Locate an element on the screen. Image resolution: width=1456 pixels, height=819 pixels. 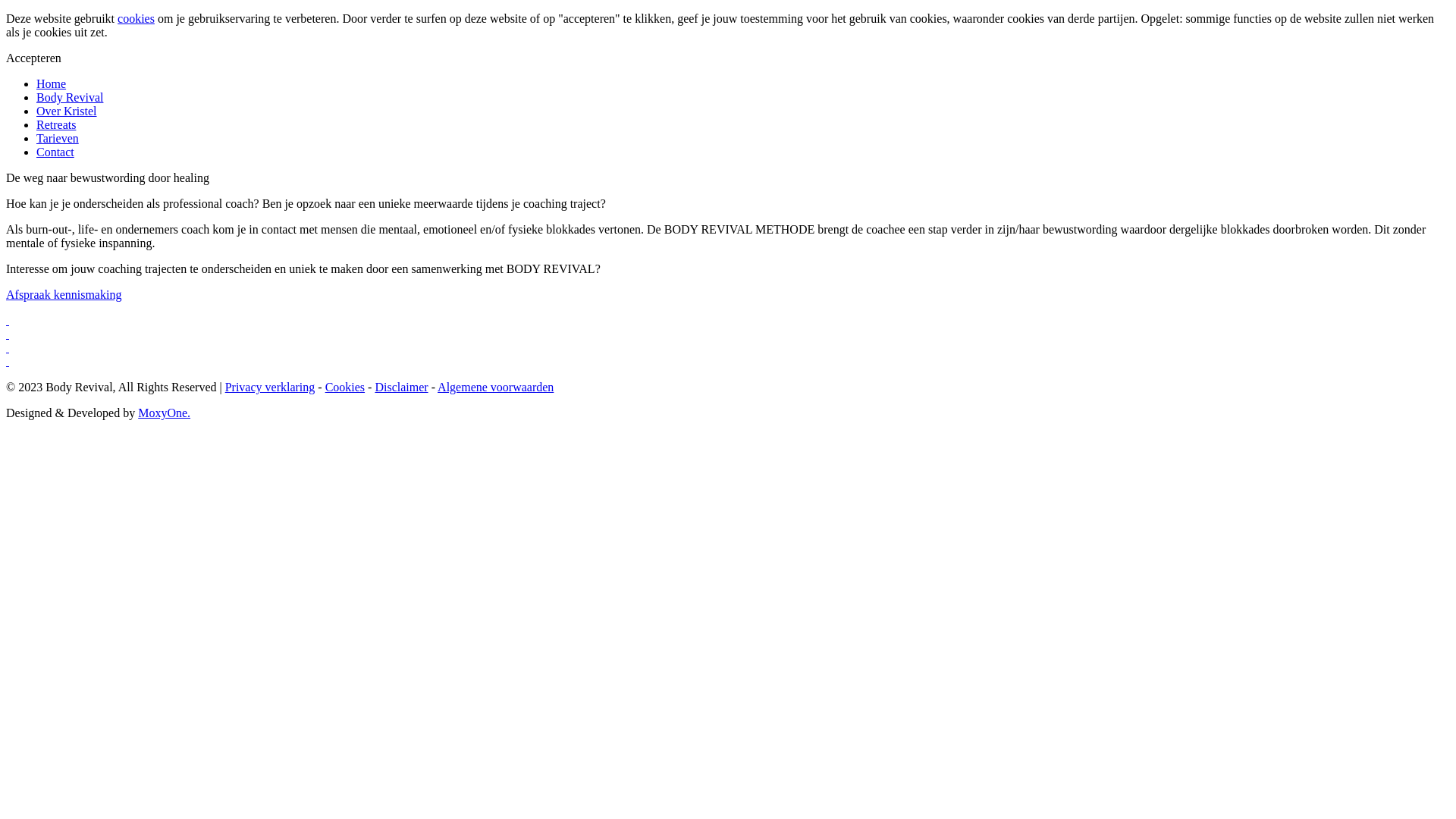
'Retreats' is located at coordinates (55, 124).